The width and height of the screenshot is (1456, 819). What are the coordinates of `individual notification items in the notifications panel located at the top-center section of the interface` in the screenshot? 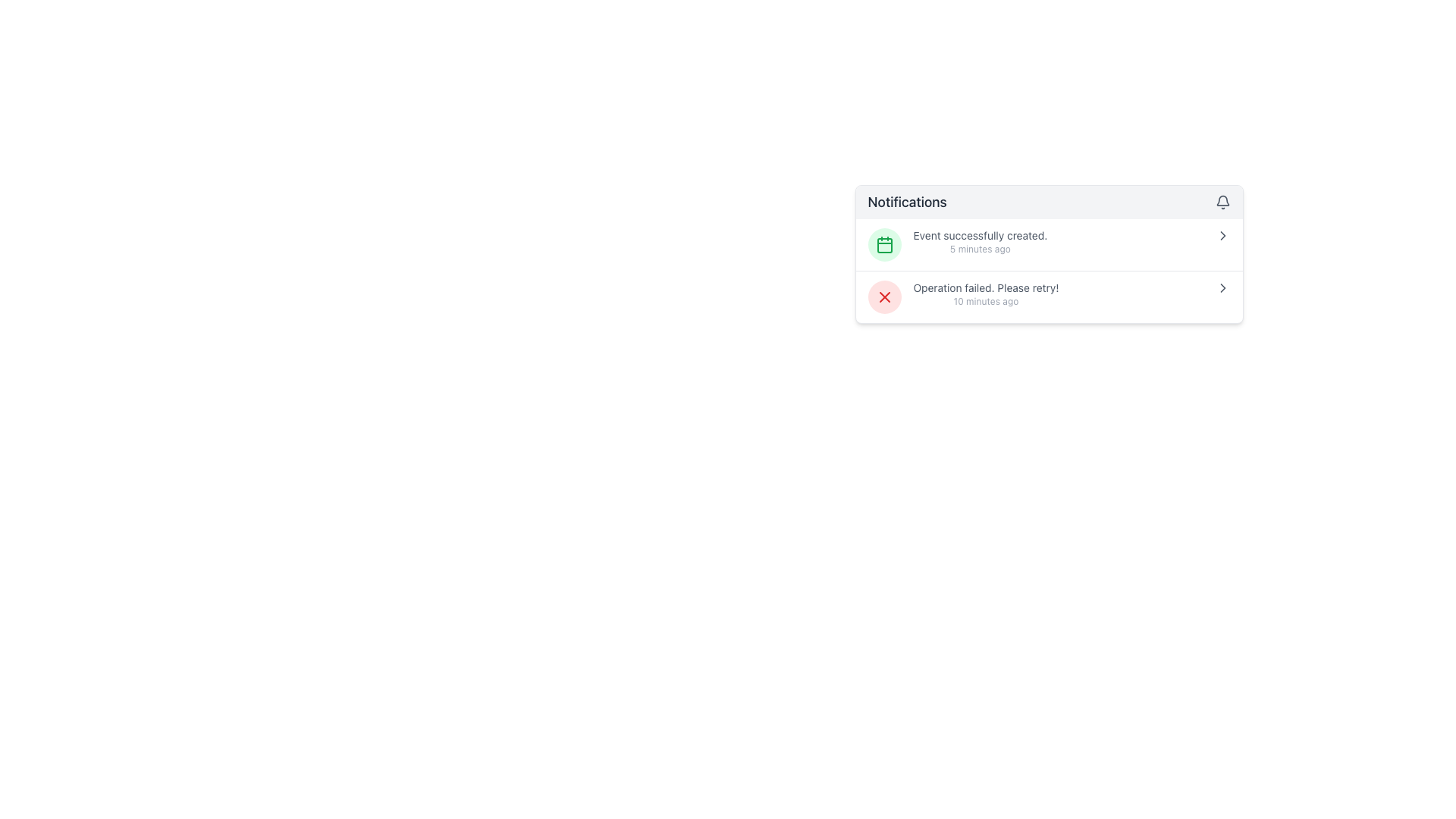 It's located at (1048, 253).